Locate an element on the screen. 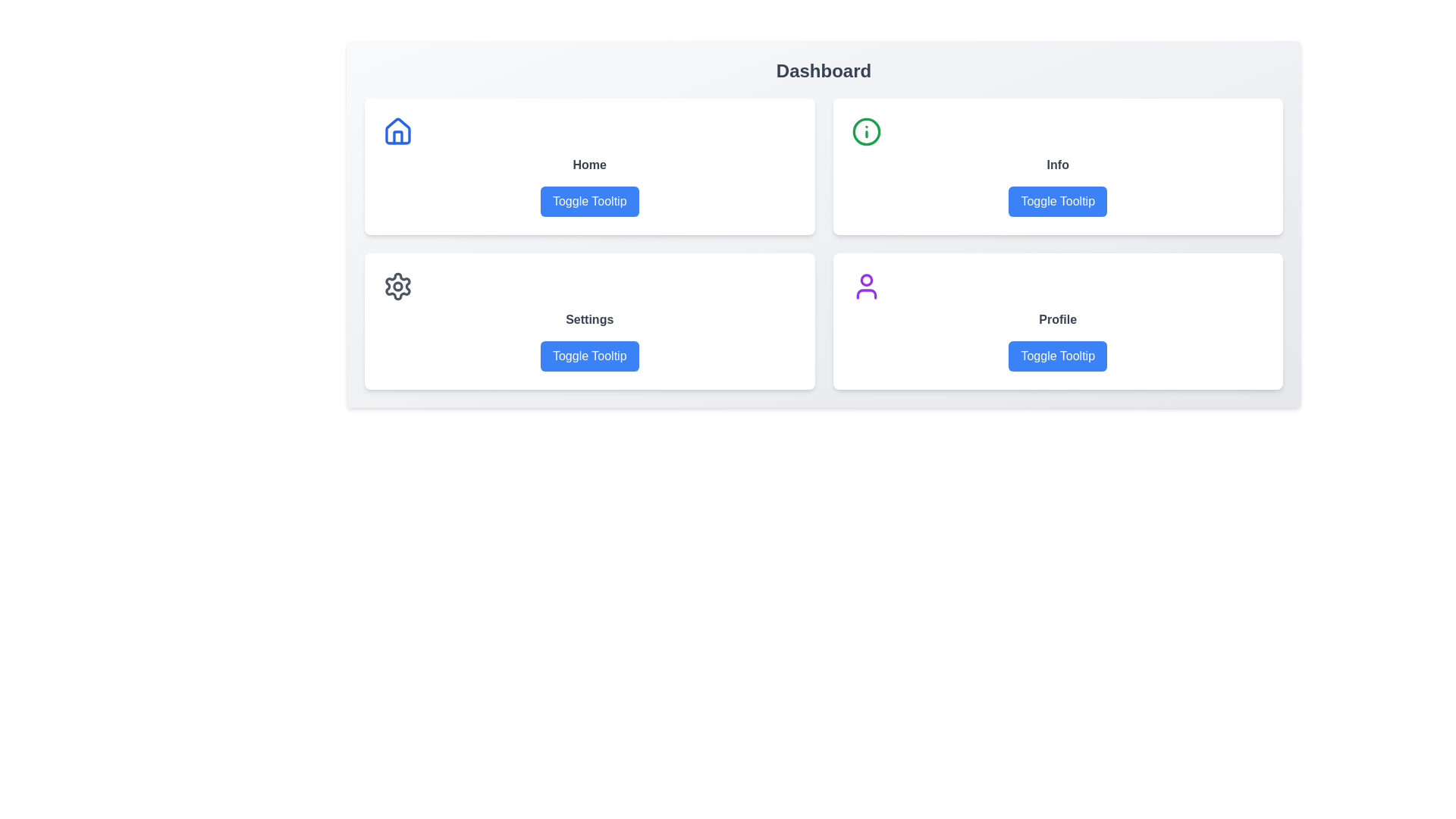  the blue button with white text labeled 'Toggle Tooltip' located in the bottom left card of the grid layout is located at coordinates (588, 356).